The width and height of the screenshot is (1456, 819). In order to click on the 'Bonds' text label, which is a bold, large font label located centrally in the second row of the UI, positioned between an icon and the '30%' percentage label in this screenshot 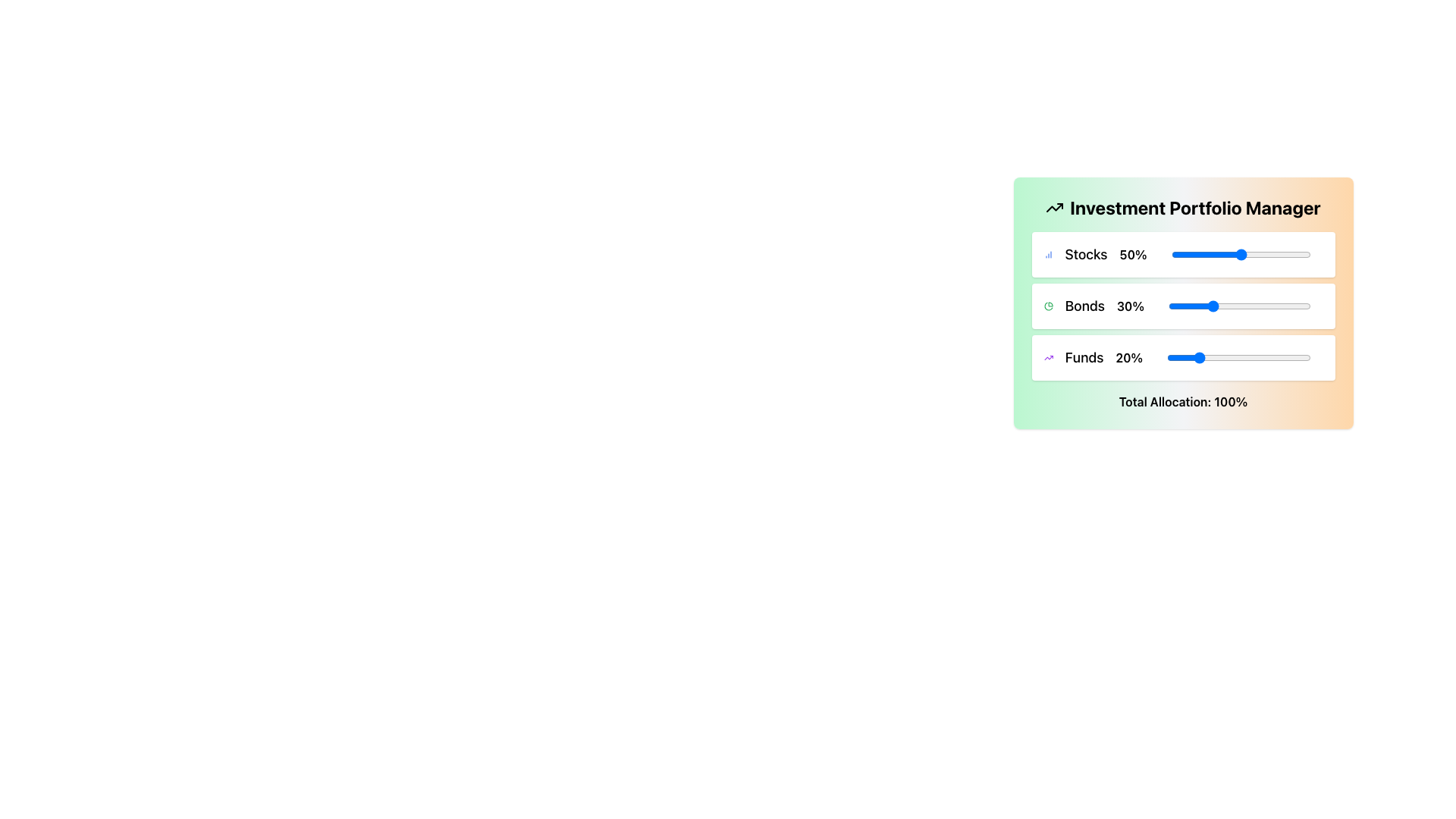, I will do `click(1084, 306)`.